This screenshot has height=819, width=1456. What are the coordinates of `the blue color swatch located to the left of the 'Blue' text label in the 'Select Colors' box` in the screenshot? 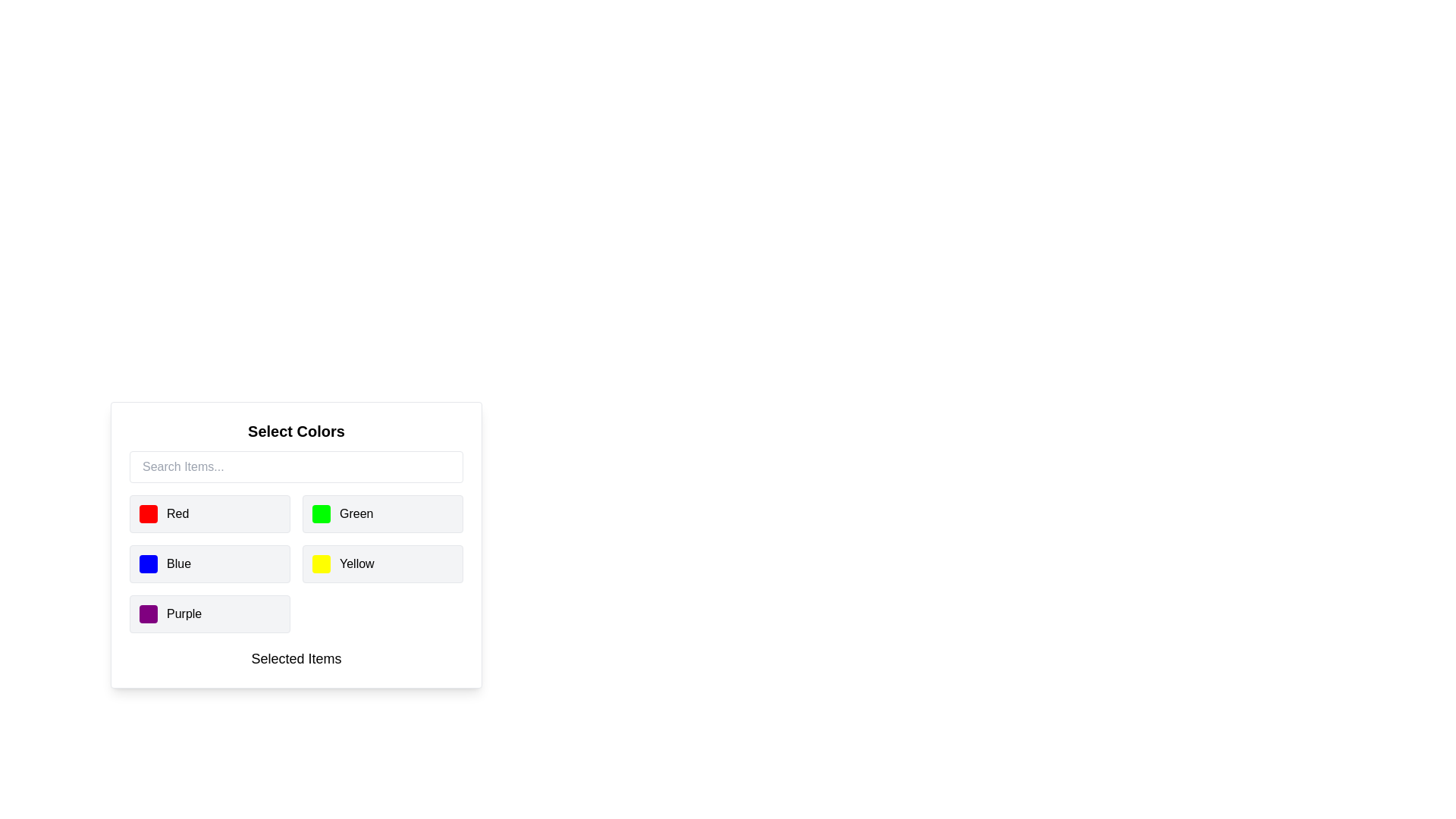 It's located at (149, 564).